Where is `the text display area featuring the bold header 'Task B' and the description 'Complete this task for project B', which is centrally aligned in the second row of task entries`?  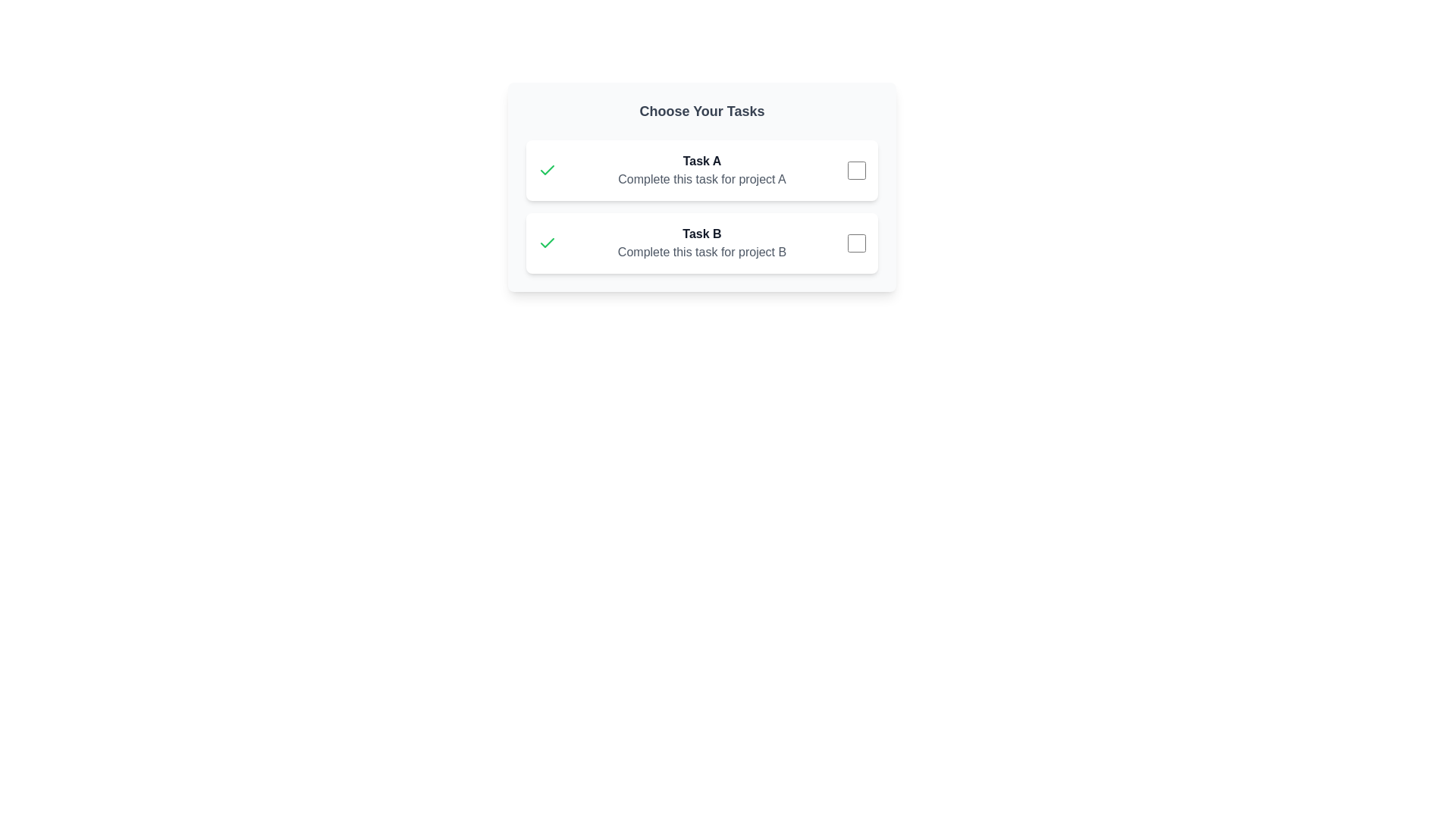
the text display area featuring the bold header 'Task B' and the description 'Complete this task for project B', which is centrally aligned in the second row of task entries is located at coordinates (701, 242).